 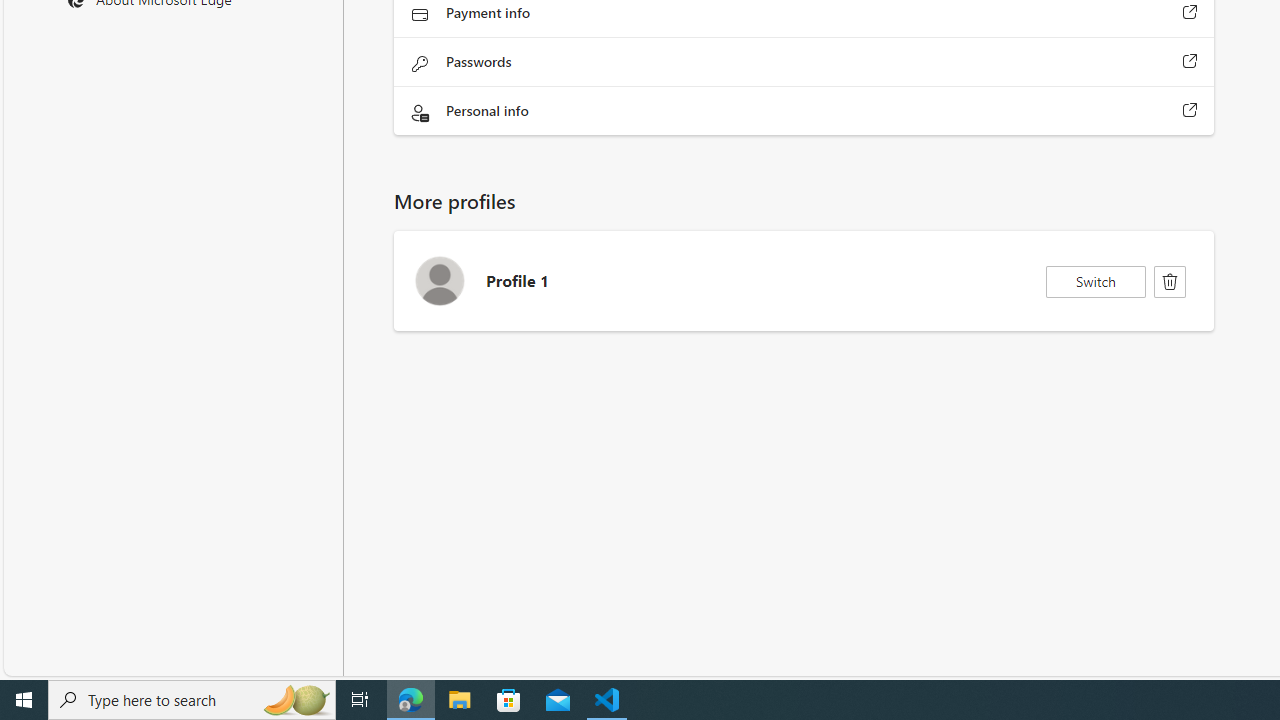 I want to click on 'Switch', so click(x=1095, y=281).